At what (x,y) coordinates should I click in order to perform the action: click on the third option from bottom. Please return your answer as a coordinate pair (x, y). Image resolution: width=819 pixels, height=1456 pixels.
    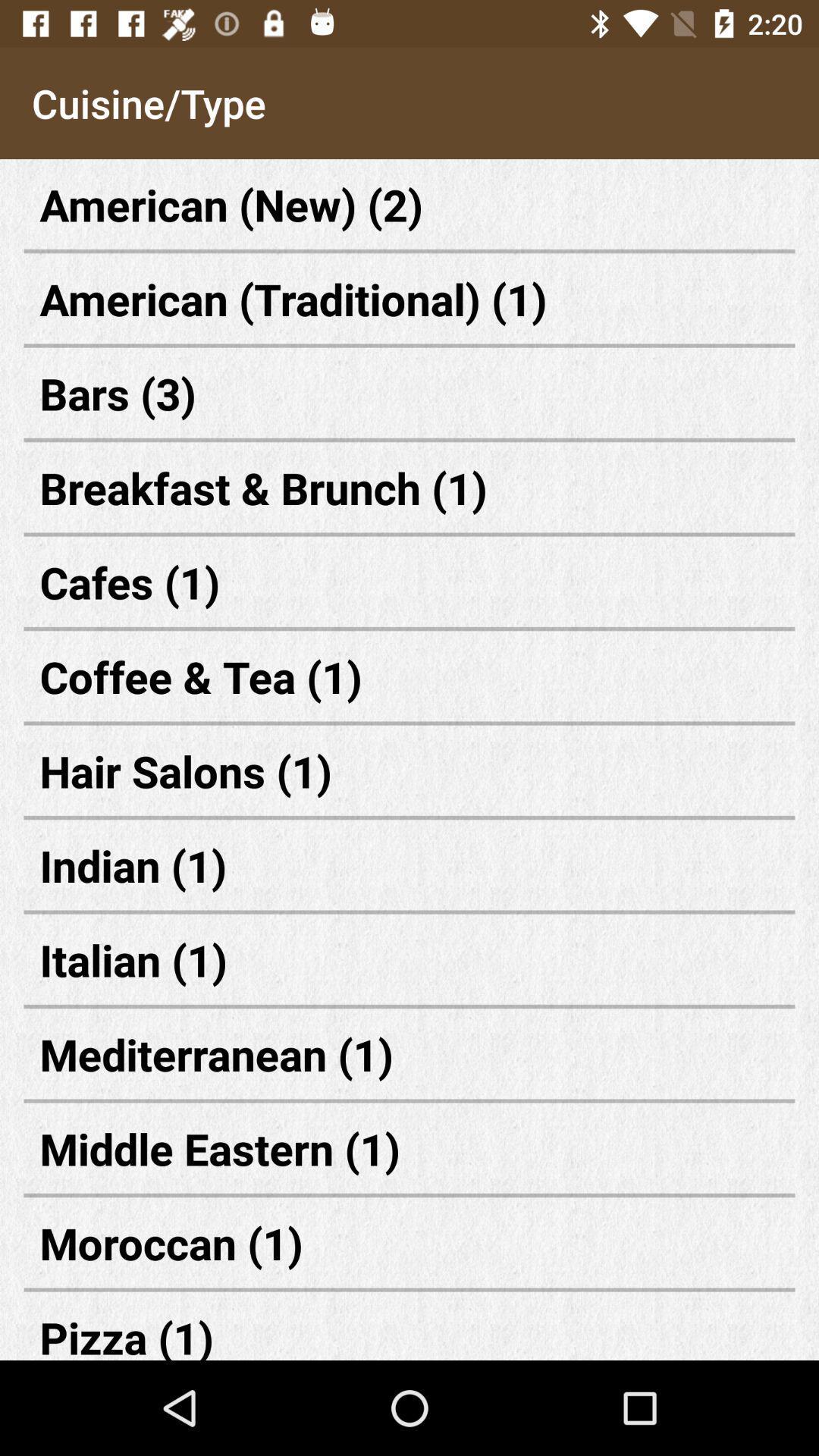
    Looking at the image, I should click on (409, 1148).